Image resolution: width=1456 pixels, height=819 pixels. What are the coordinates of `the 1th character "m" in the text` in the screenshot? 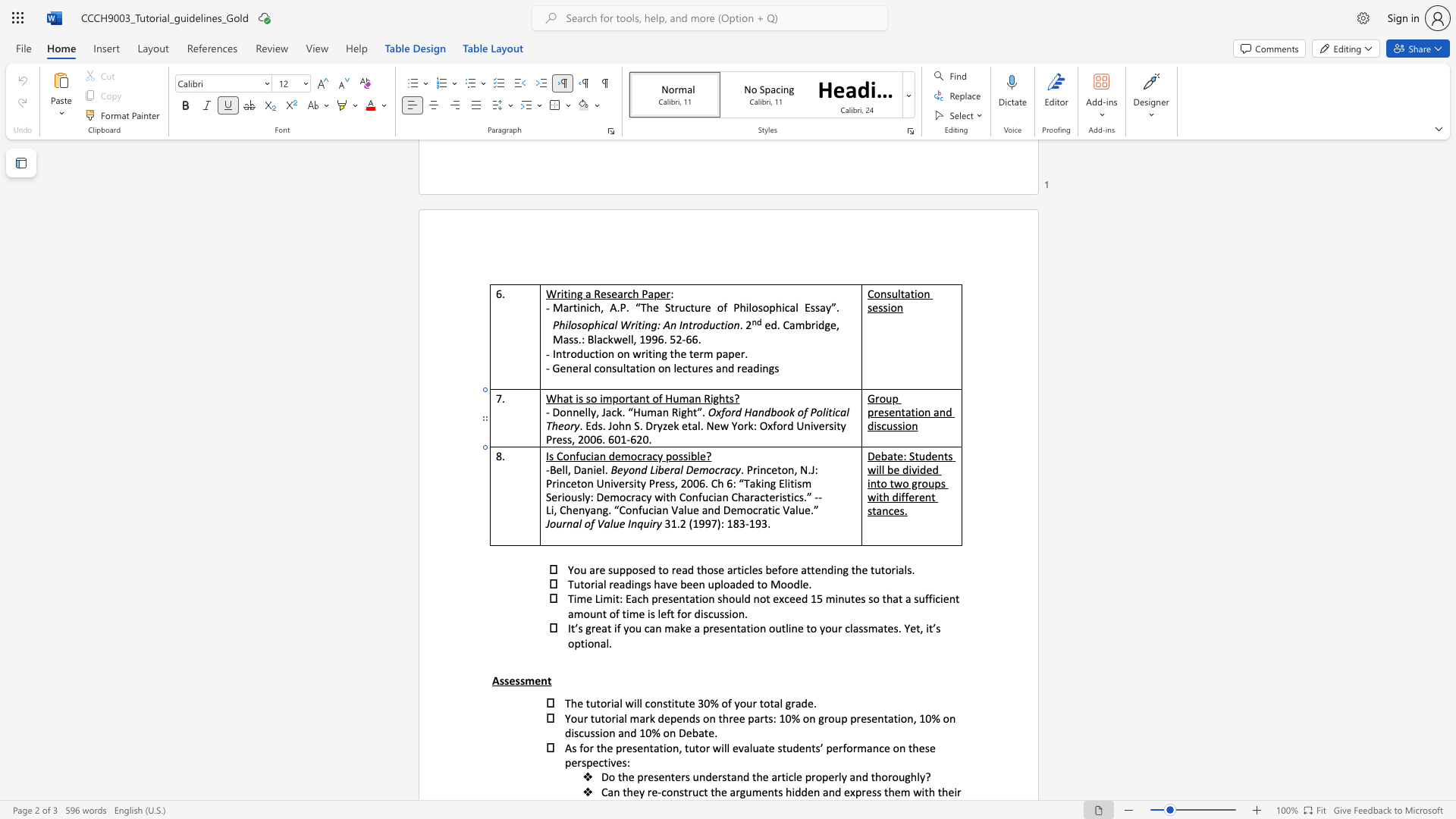 It's located at (626, 455).